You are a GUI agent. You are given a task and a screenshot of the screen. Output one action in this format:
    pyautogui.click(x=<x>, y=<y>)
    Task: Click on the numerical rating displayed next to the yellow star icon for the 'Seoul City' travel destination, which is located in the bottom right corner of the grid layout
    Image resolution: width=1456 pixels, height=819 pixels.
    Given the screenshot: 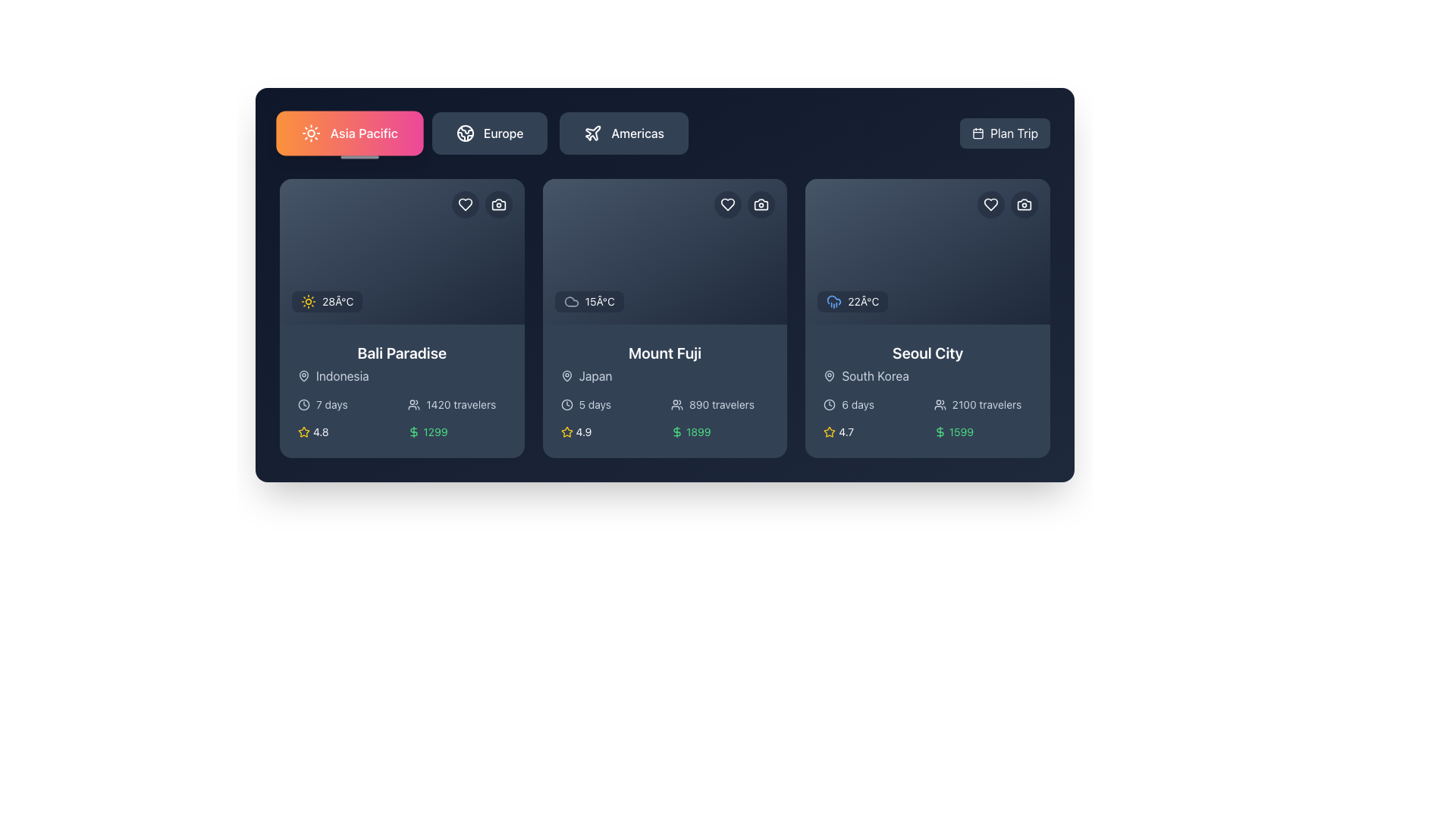 What is the action you would take?
    pyautogui.click(x=846, y=432)
    